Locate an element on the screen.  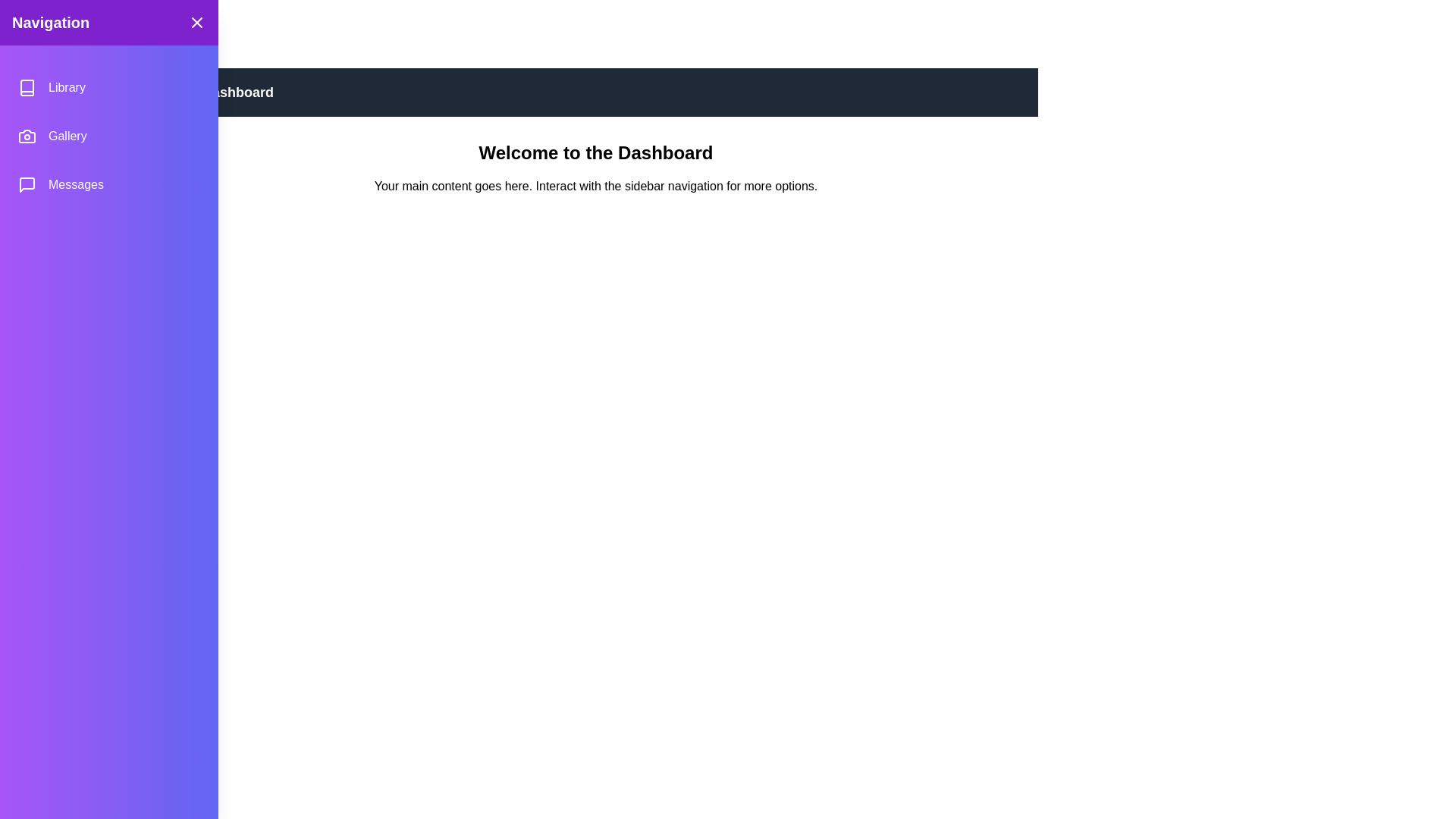
the 'Library' text label in the navigation menu is located at coordinates (66, 87).